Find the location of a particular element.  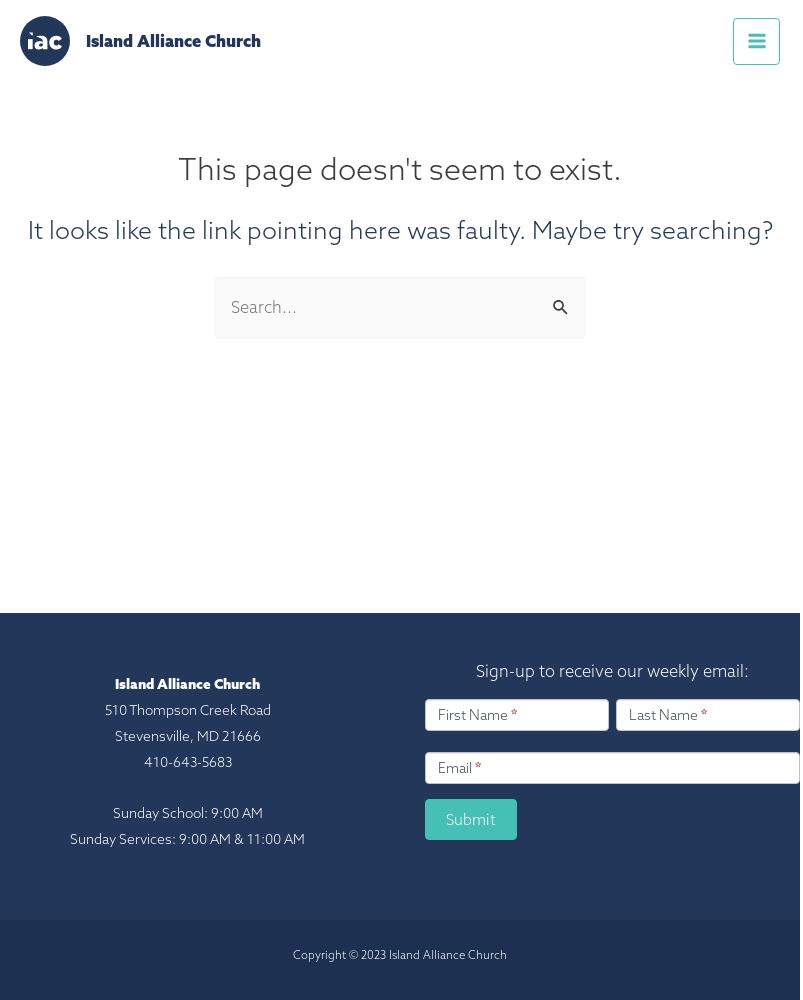

'Submit' is located at coordinates (471, 818).